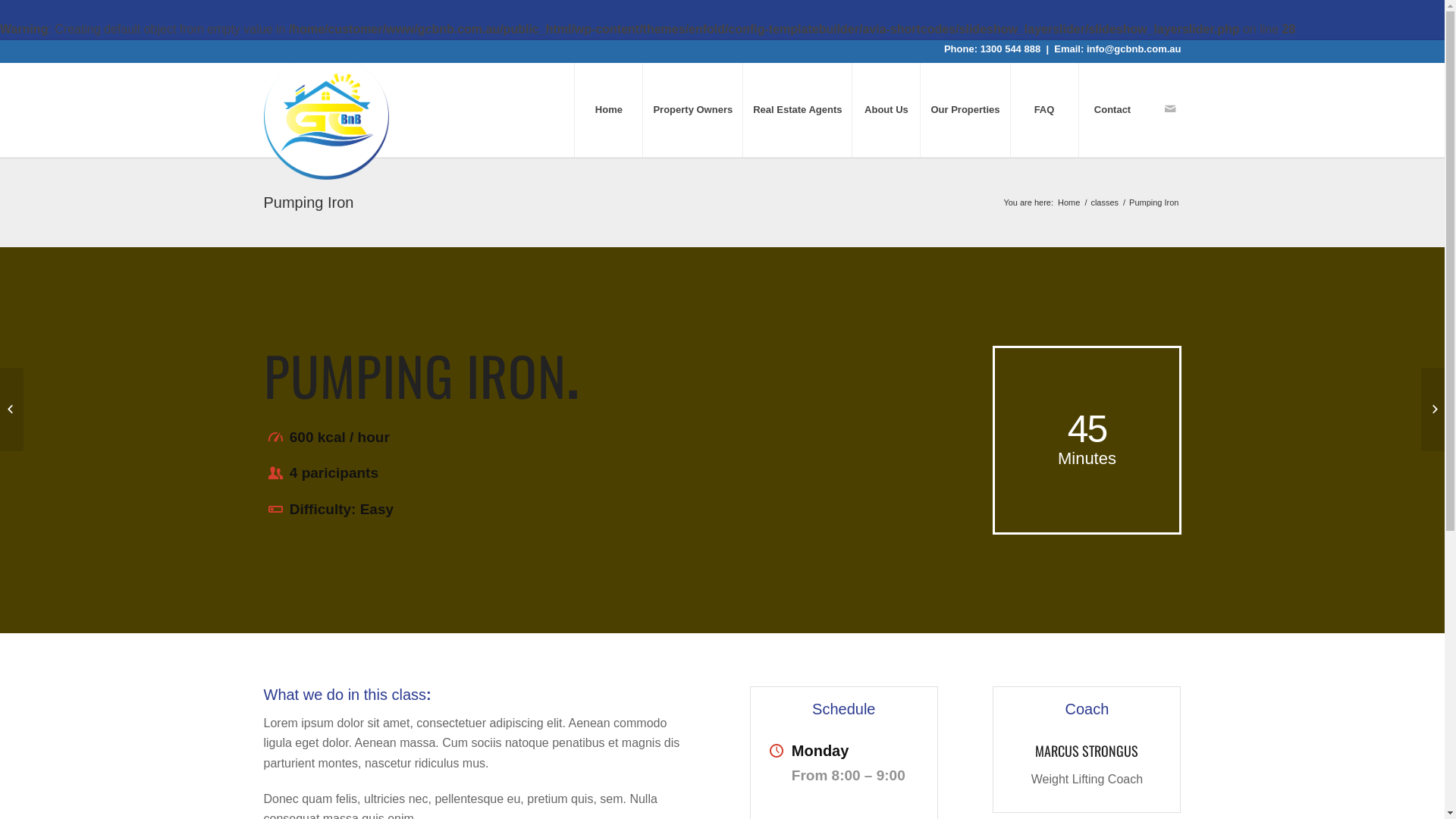 Image resolution: width=1456 pixels, height=819 pixels. What do you see at coordinates (796, 108) in the screenshot?
I see `'Real Estate Agents'` at bounding box center [796, 108].